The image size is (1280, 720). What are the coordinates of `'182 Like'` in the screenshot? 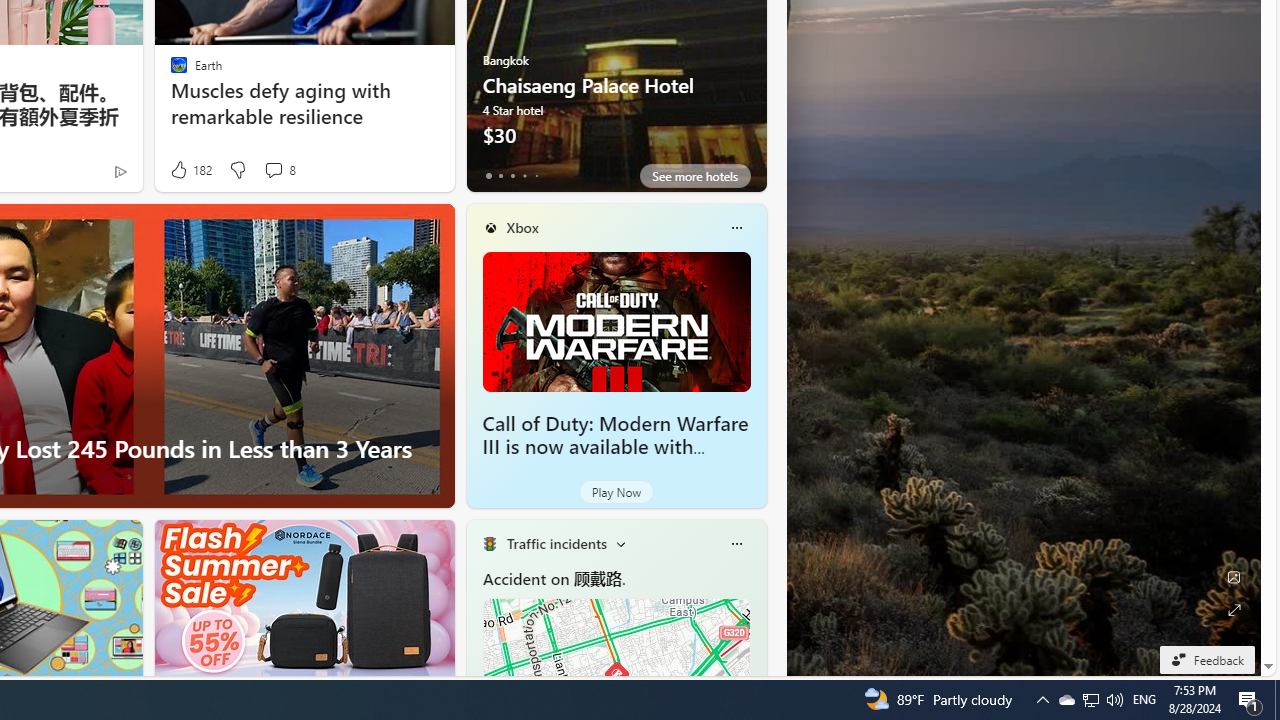 It's located at (190, 169).